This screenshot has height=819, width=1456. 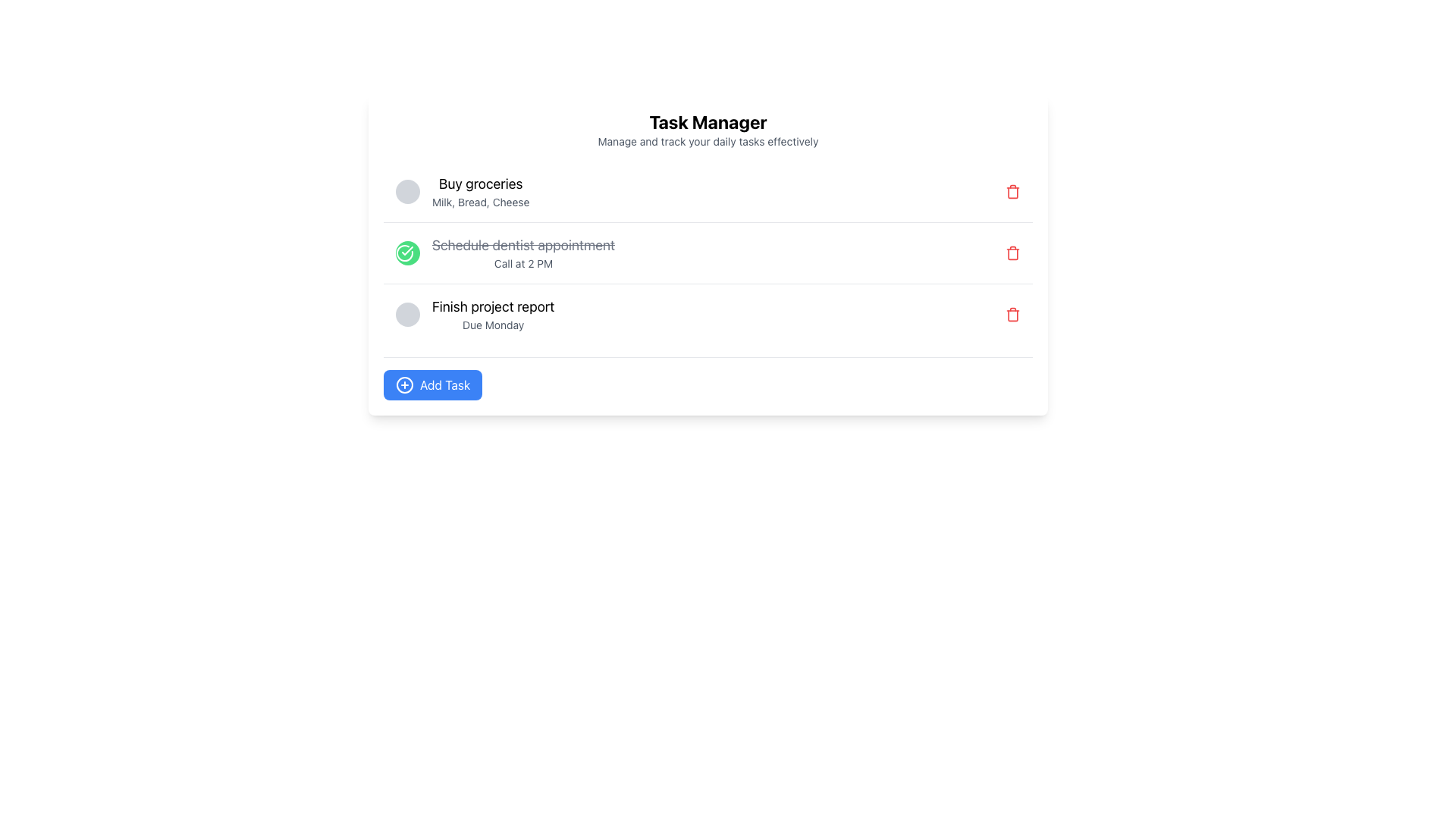 I want to click on the third task card in the task list, so click(x=708, y=312).